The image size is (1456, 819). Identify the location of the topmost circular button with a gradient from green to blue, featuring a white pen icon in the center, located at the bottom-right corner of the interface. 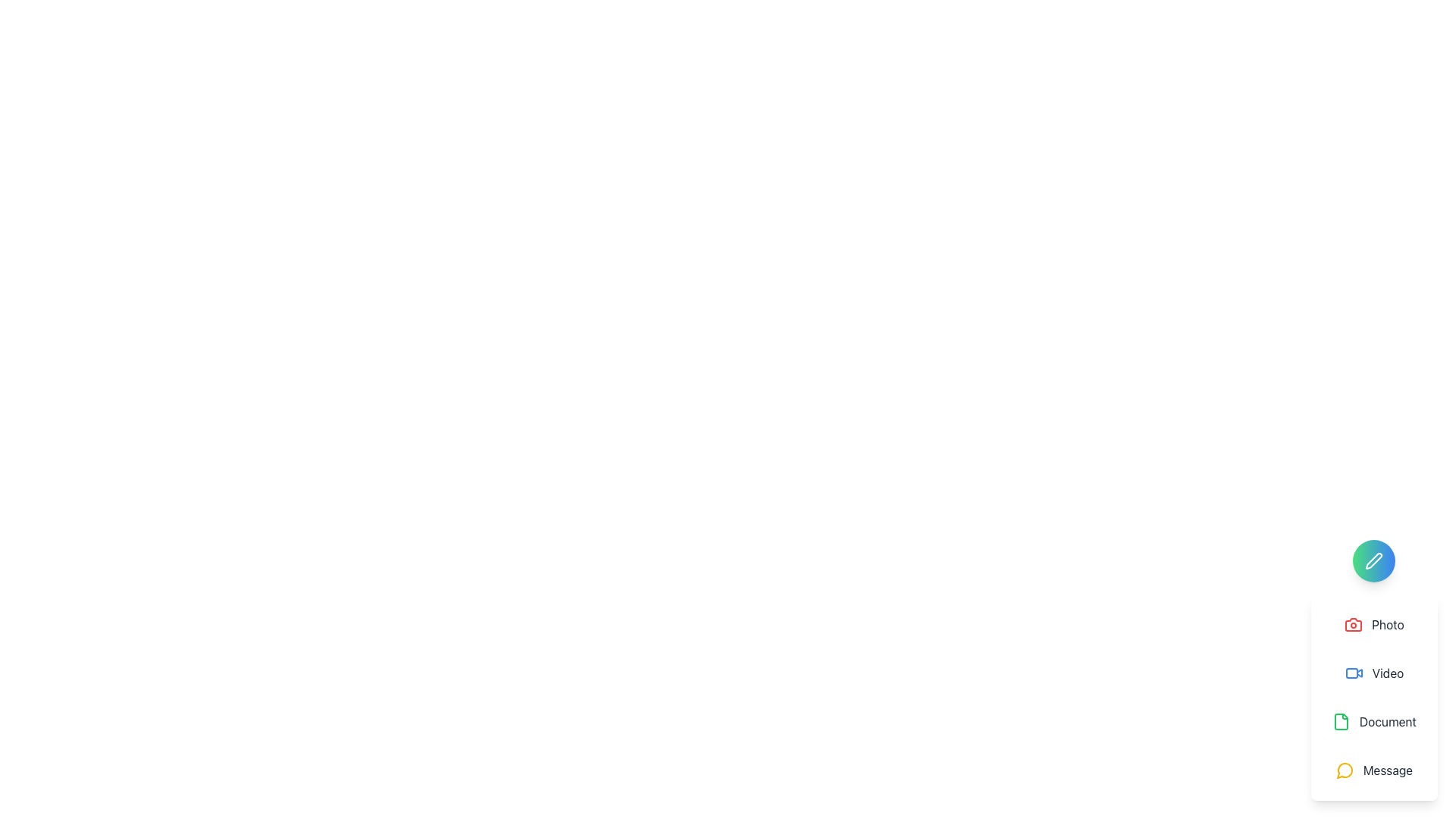
(1374, 561).